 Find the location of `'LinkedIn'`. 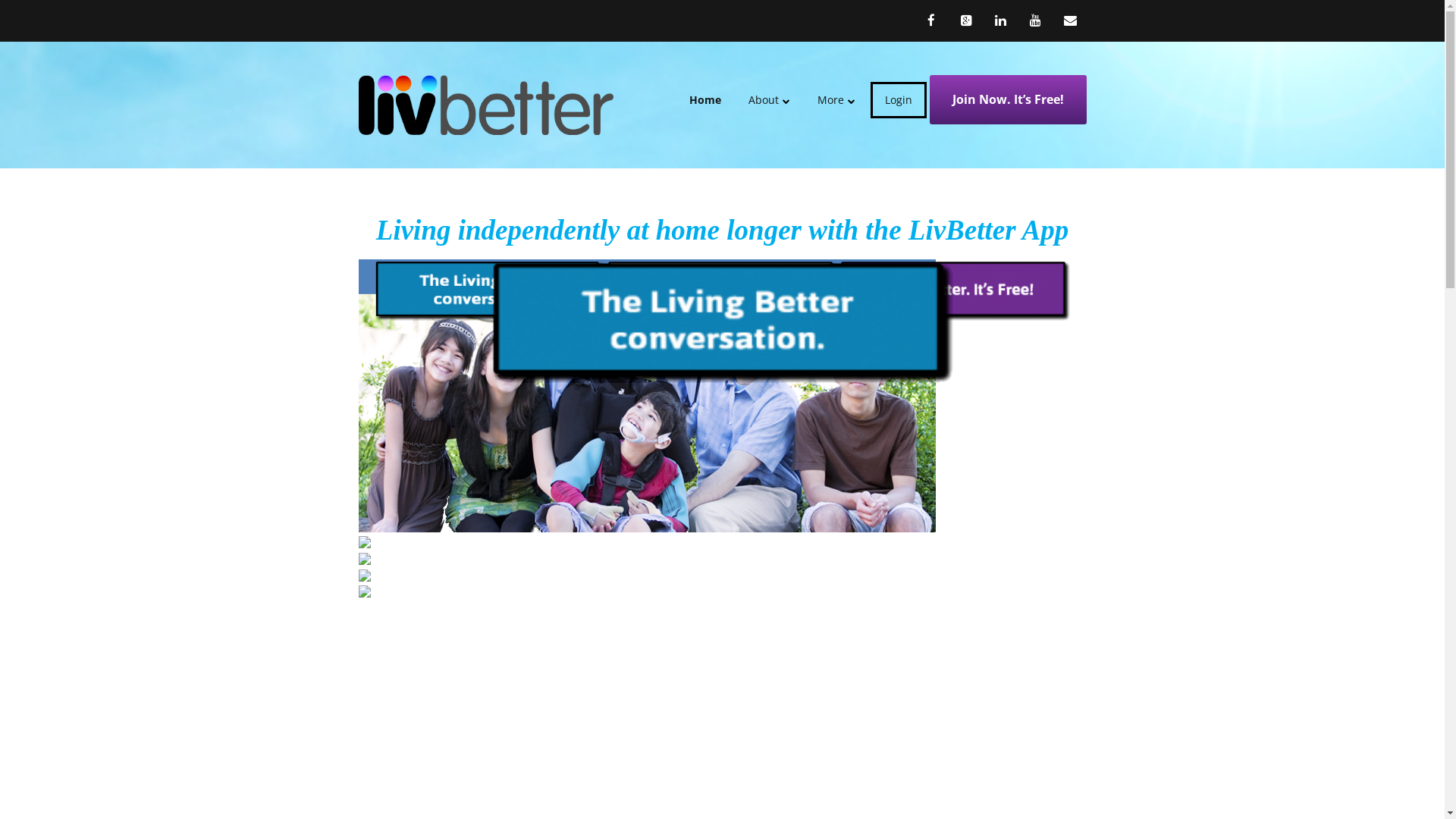

'LinkedIn' is located at coordinates (1001, 20).